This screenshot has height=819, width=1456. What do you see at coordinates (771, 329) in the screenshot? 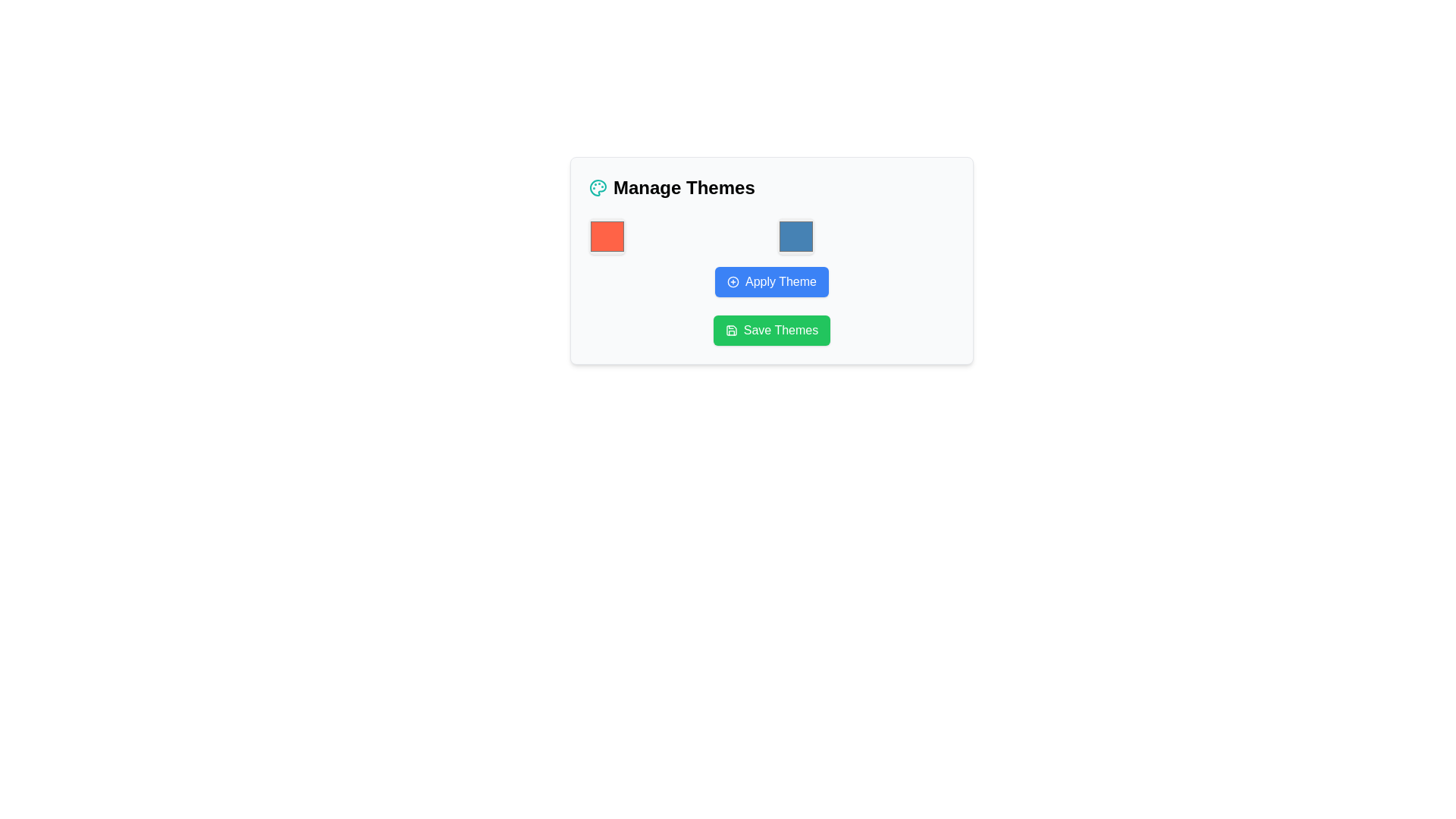
I see `the green 'Save Themes' button with a save icon, located at the bottom of the 'Manage Themes' section` at bounding box center [771, 329].